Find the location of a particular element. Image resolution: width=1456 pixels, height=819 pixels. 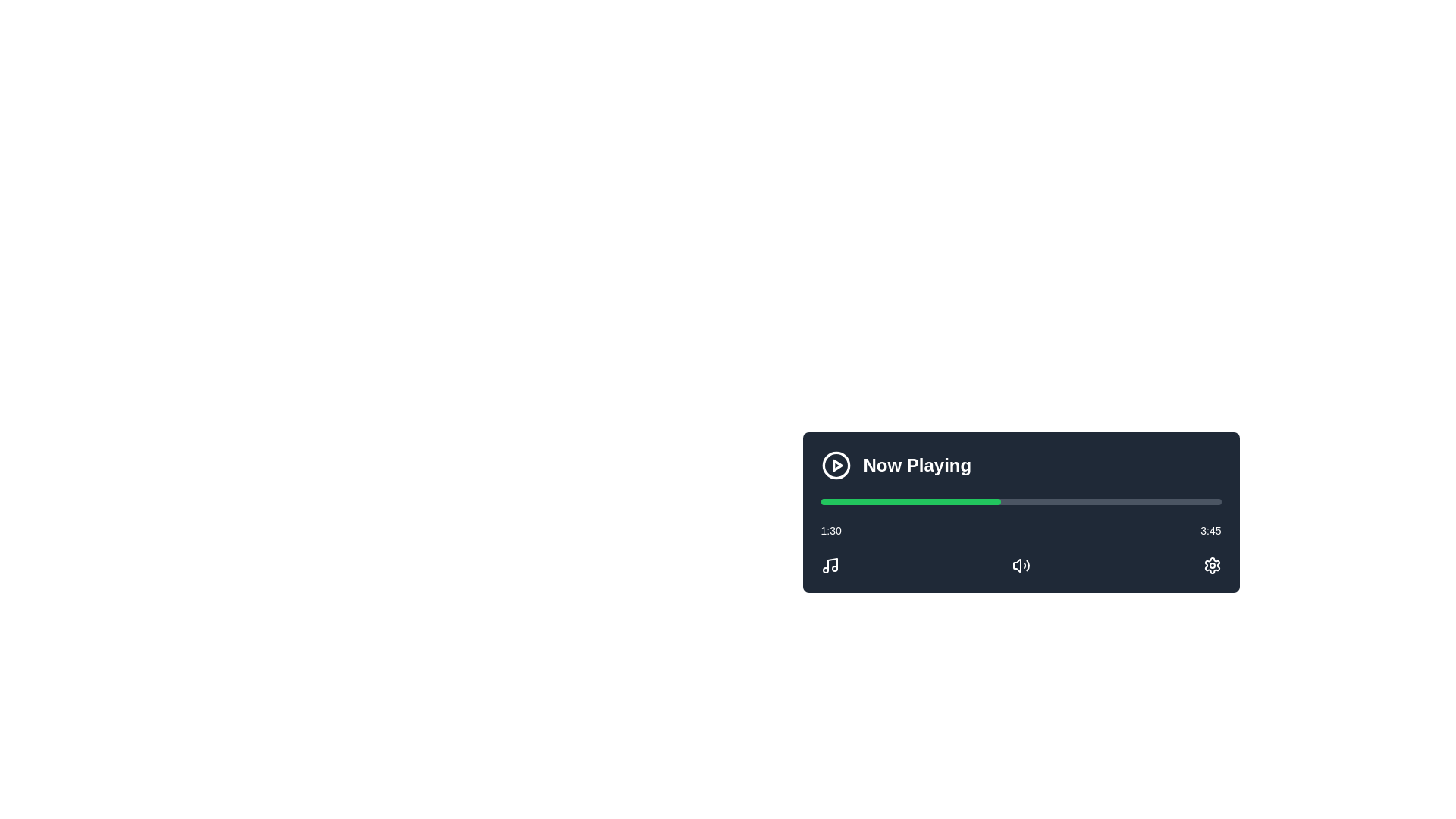

playback position is located at coordinates (861, 502).